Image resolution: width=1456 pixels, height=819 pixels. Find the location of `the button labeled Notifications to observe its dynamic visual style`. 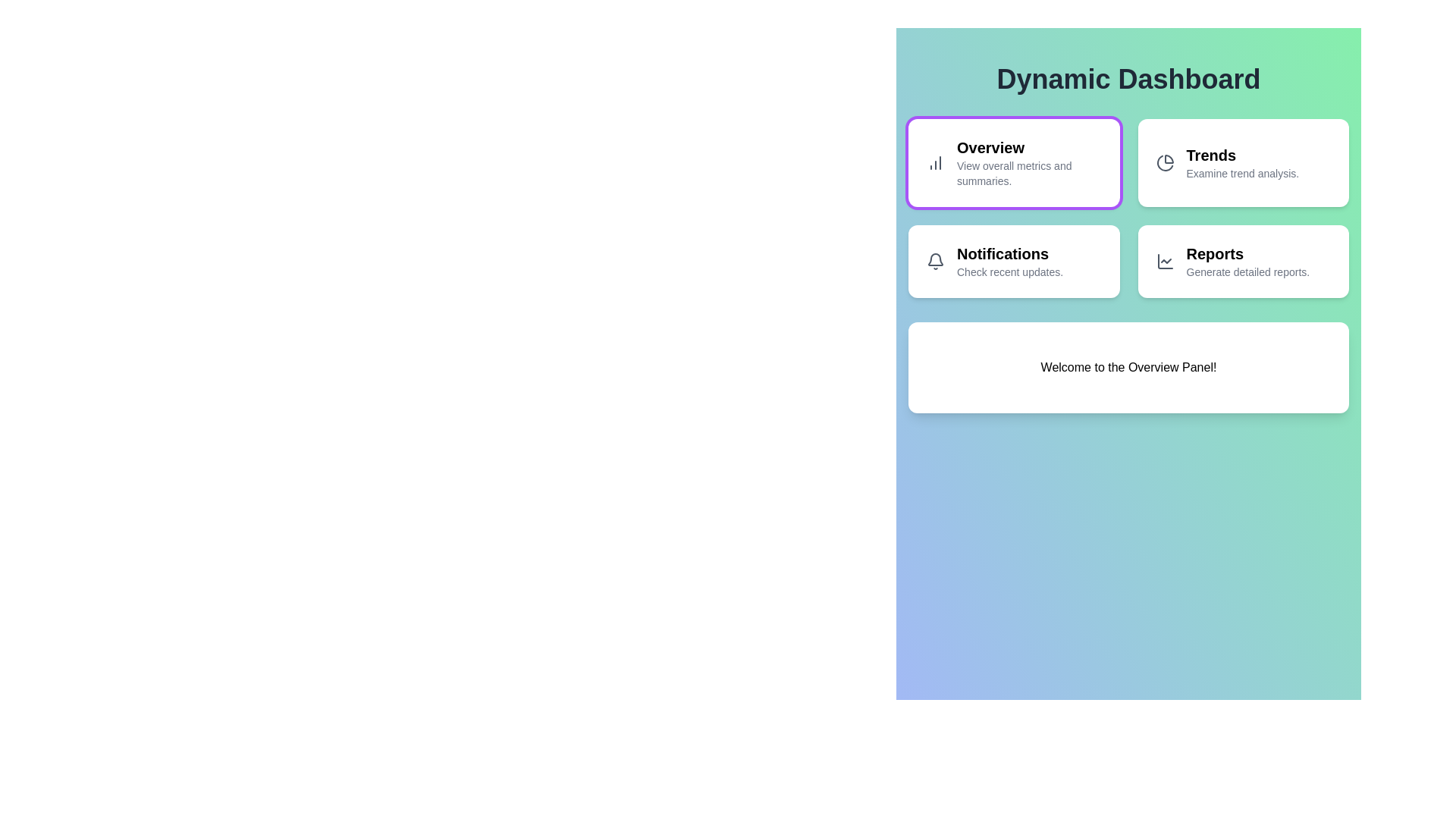

the button labeled Notifications to observe its dynamic visual style is located at coordinates (1014, 260).